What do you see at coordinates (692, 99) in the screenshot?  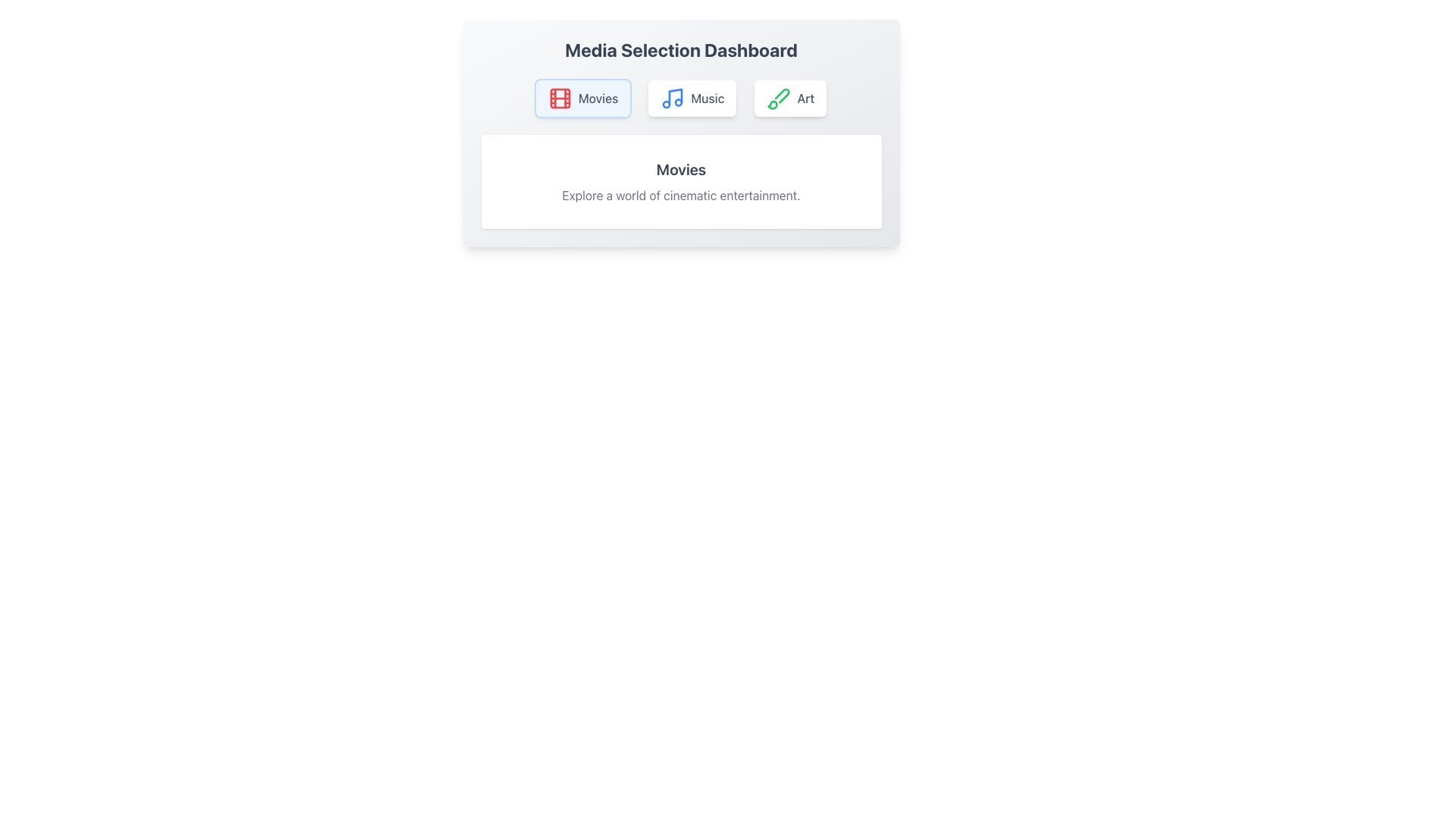 I see `the Music button, which is the second button in a row of three buttons labeled 'Movies', 'Music', and 'Art'` at bounding box center [692, 99].